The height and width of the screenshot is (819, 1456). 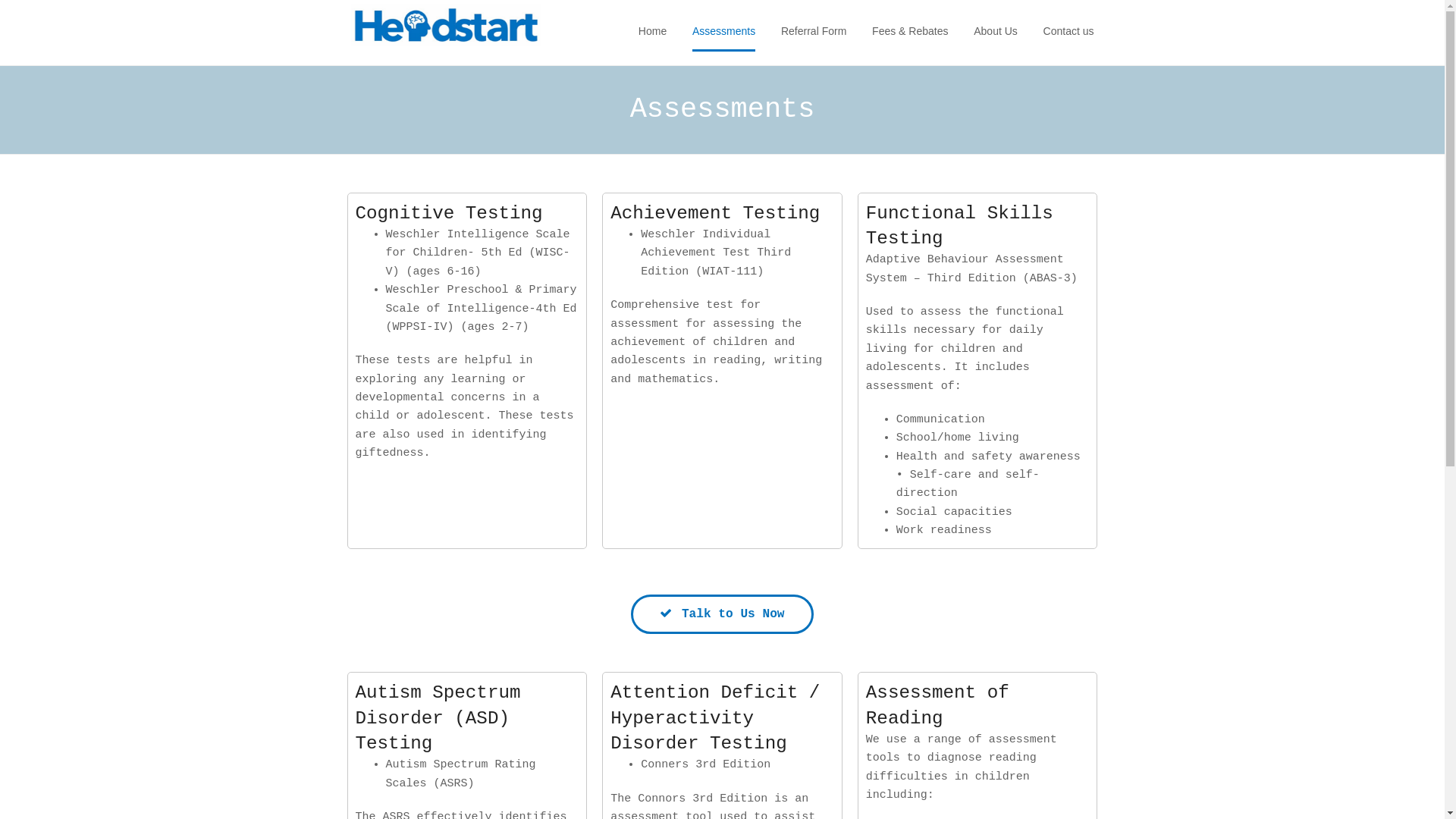 What do you see at coordinates (723, 32) in the screenshot?
I see `'Assessments'` at bounding box center [723, 32].